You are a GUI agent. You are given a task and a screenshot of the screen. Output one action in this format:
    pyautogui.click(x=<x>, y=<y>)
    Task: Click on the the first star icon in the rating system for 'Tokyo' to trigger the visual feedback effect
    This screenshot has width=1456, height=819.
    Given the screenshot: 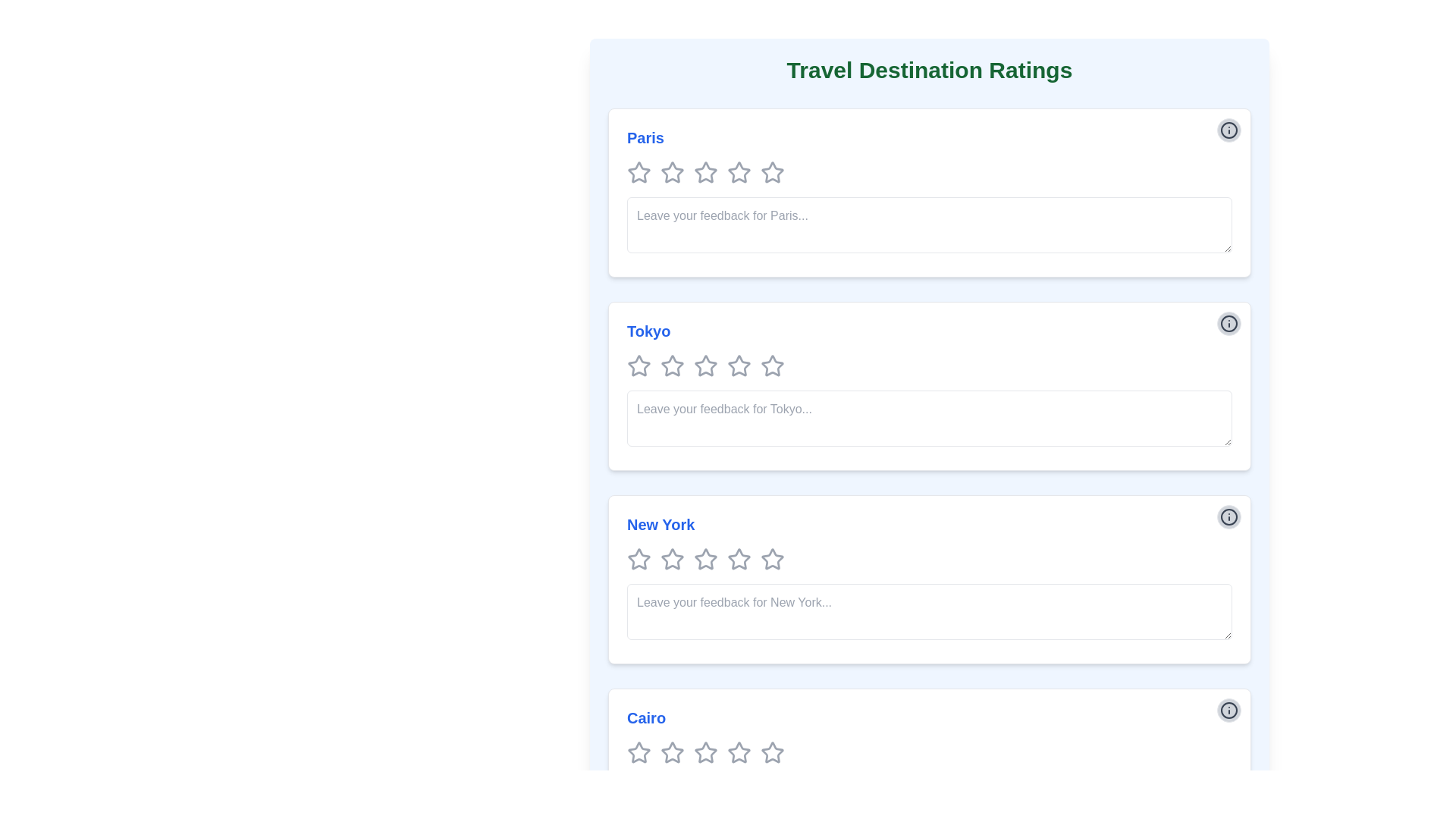 What is the action you would take?
    pyautogui.click(x=639, y=366)
    